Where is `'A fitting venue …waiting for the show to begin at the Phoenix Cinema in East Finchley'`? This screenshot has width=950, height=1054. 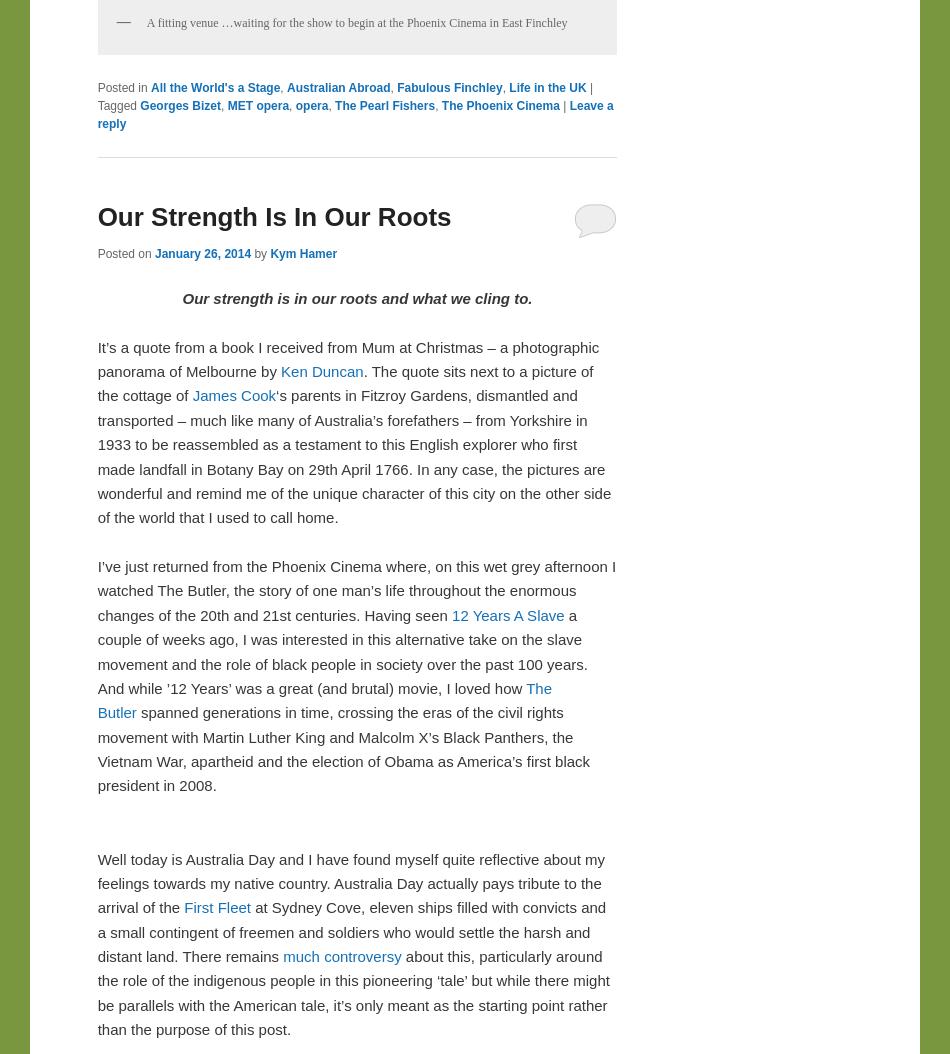
'A fitting venue …waiting for the show to begin at the Phoenix Cinema in East Finchley' is located at coordinates (355, 22).